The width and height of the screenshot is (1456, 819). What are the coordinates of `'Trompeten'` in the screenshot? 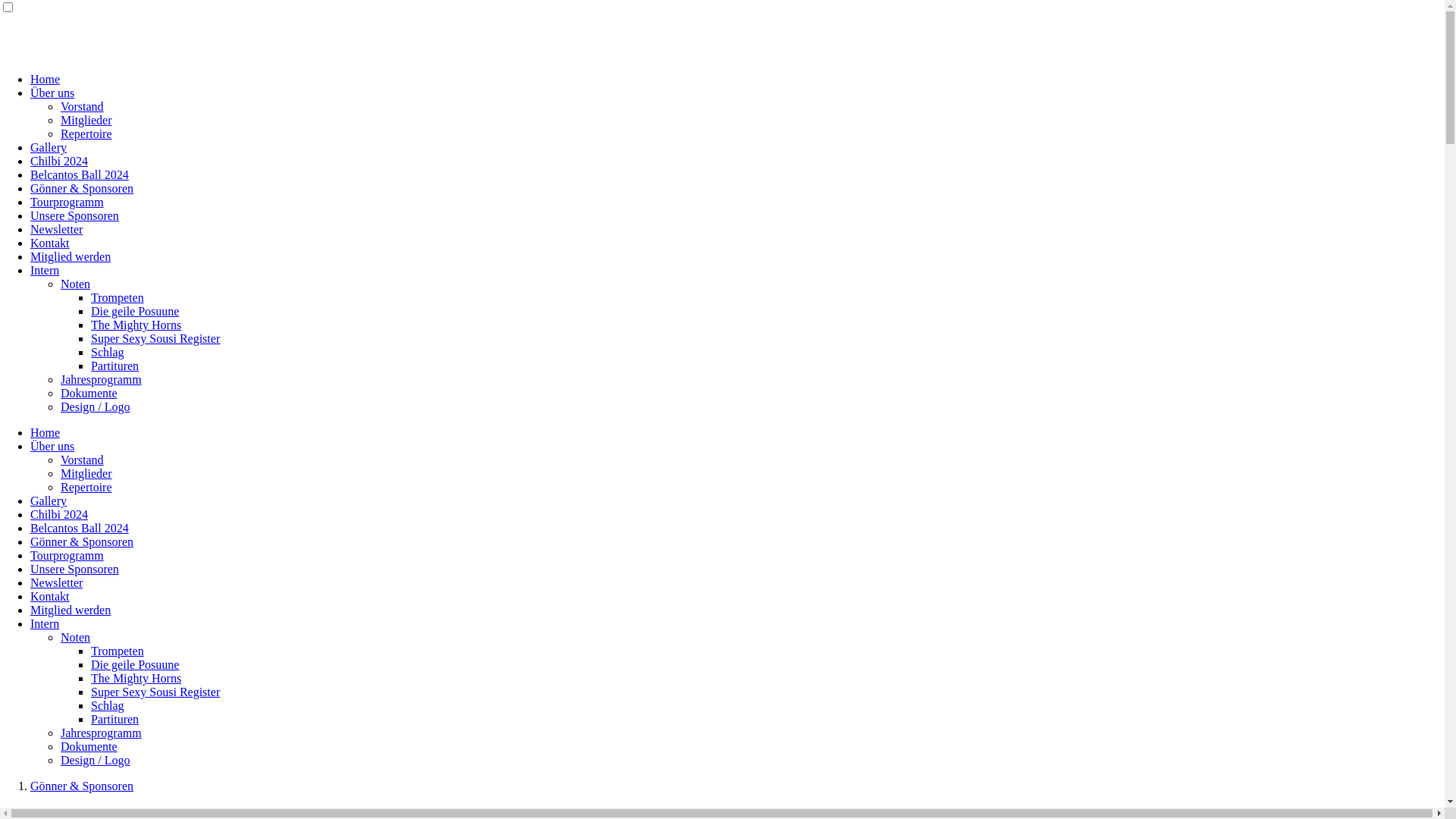 It's located at (116, 650).